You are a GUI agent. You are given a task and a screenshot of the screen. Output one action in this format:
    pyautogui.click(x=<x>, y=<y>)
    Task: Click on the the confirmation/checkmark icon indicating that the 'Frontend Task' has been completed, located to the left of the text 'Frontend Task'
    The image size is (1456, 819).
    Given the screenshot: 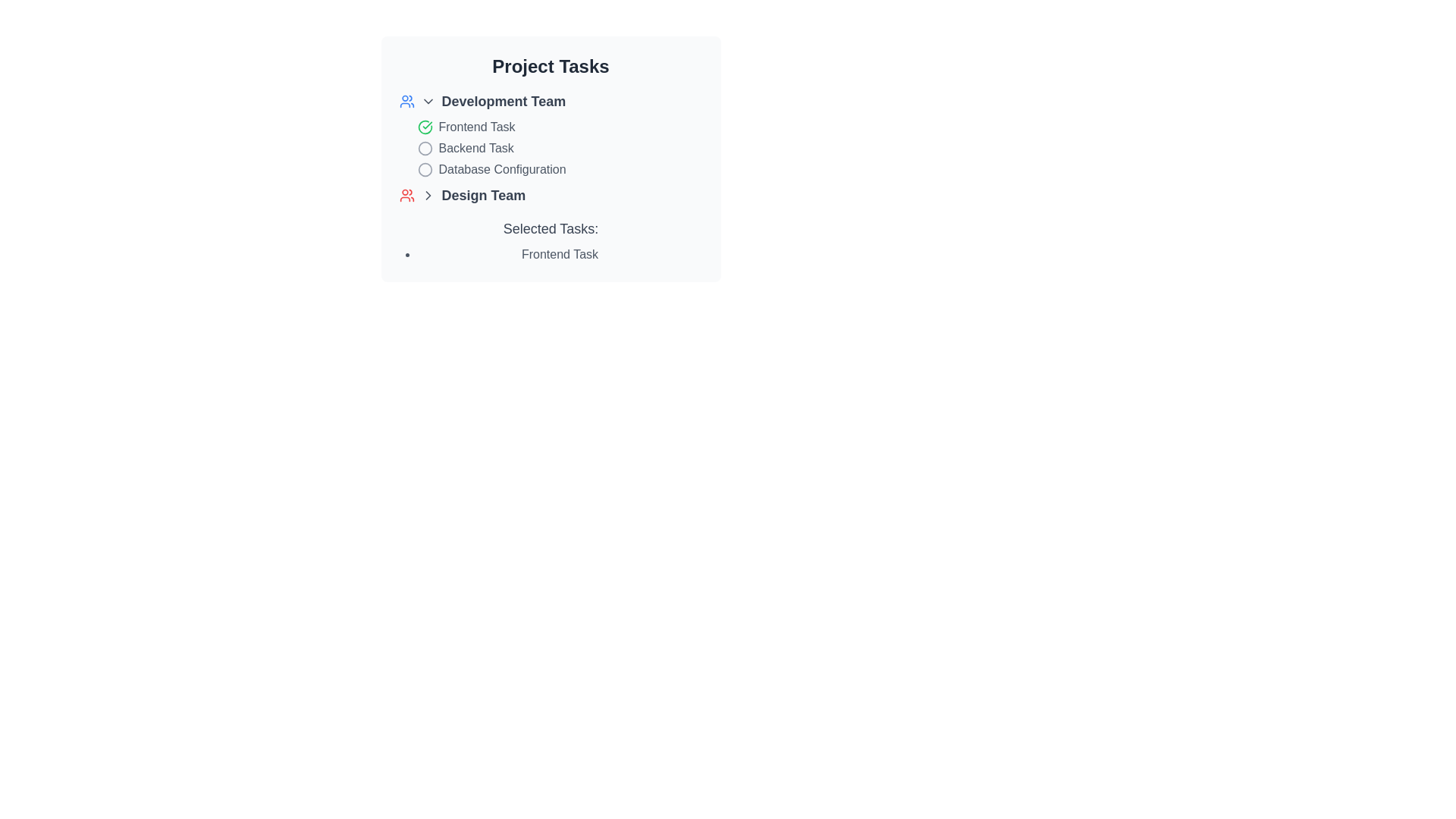 What is the action you would take?
    pyautogui.click(x=425, y=127)
    